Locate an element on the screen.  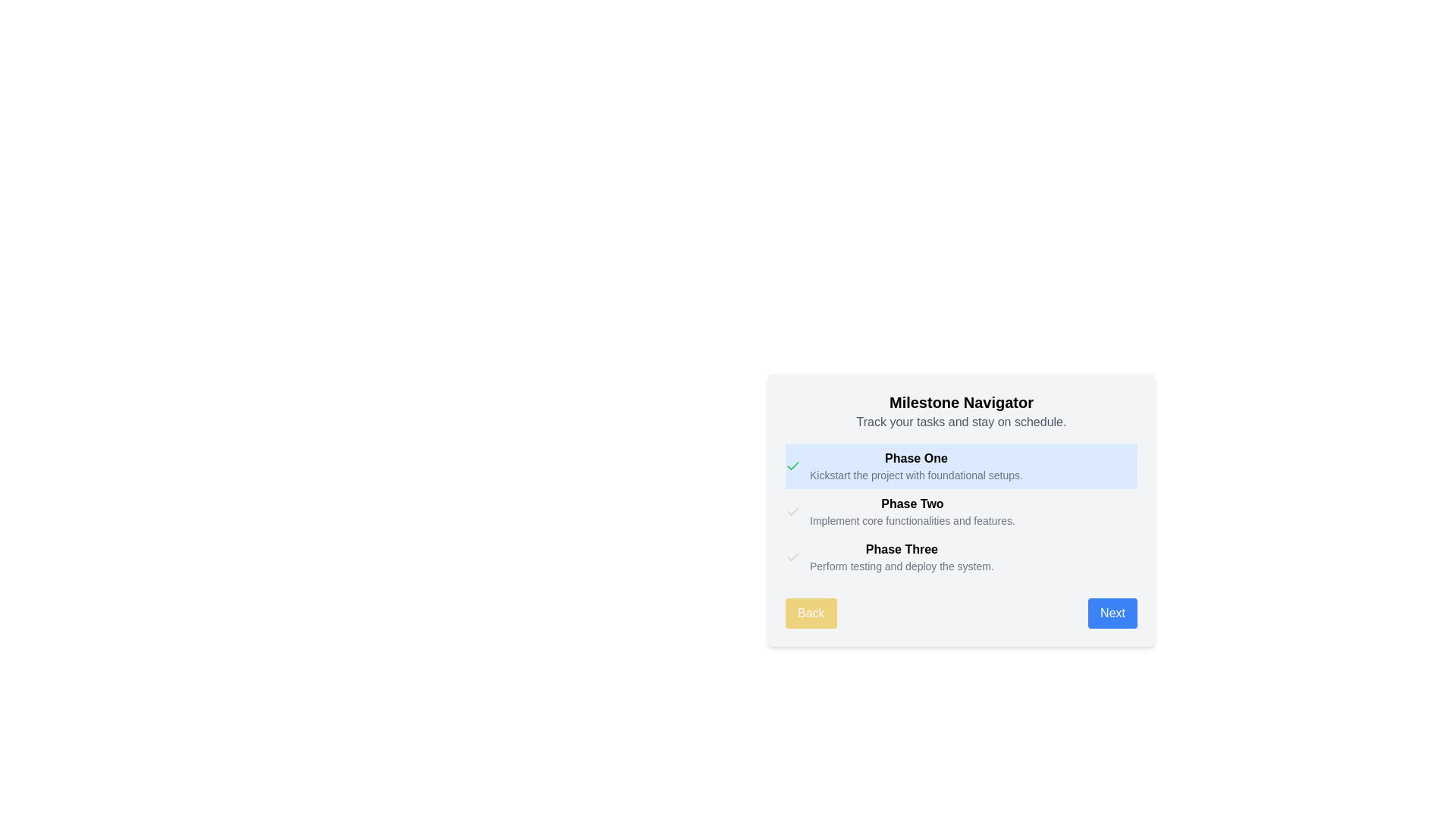
text label displaying 'Milestone Navigator' that is prominently styled and located at the top of the content card inside the dialog box is located at coordinates (960, 402).